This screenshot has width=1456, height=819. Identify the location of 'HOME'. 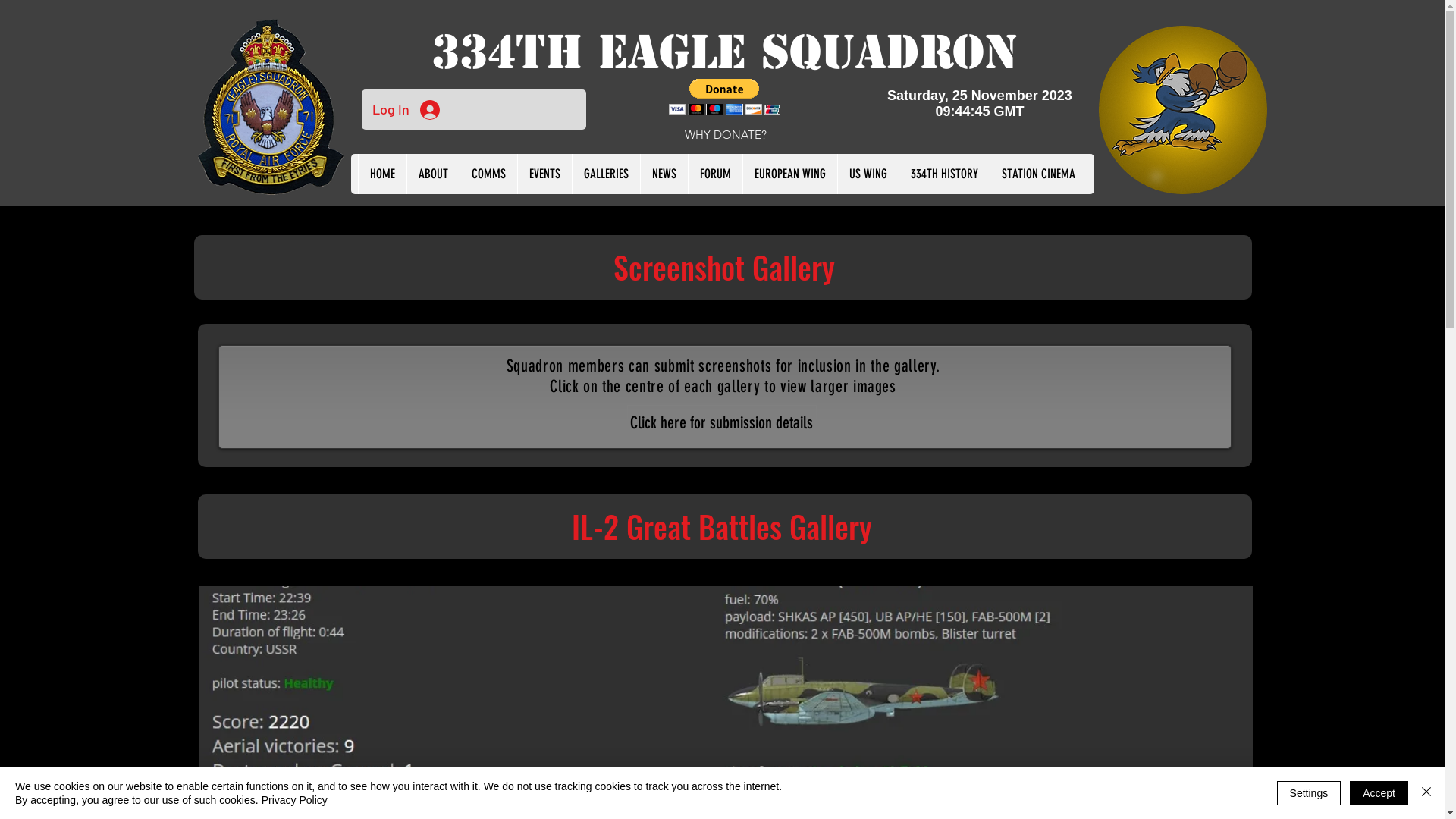
(382, 173).